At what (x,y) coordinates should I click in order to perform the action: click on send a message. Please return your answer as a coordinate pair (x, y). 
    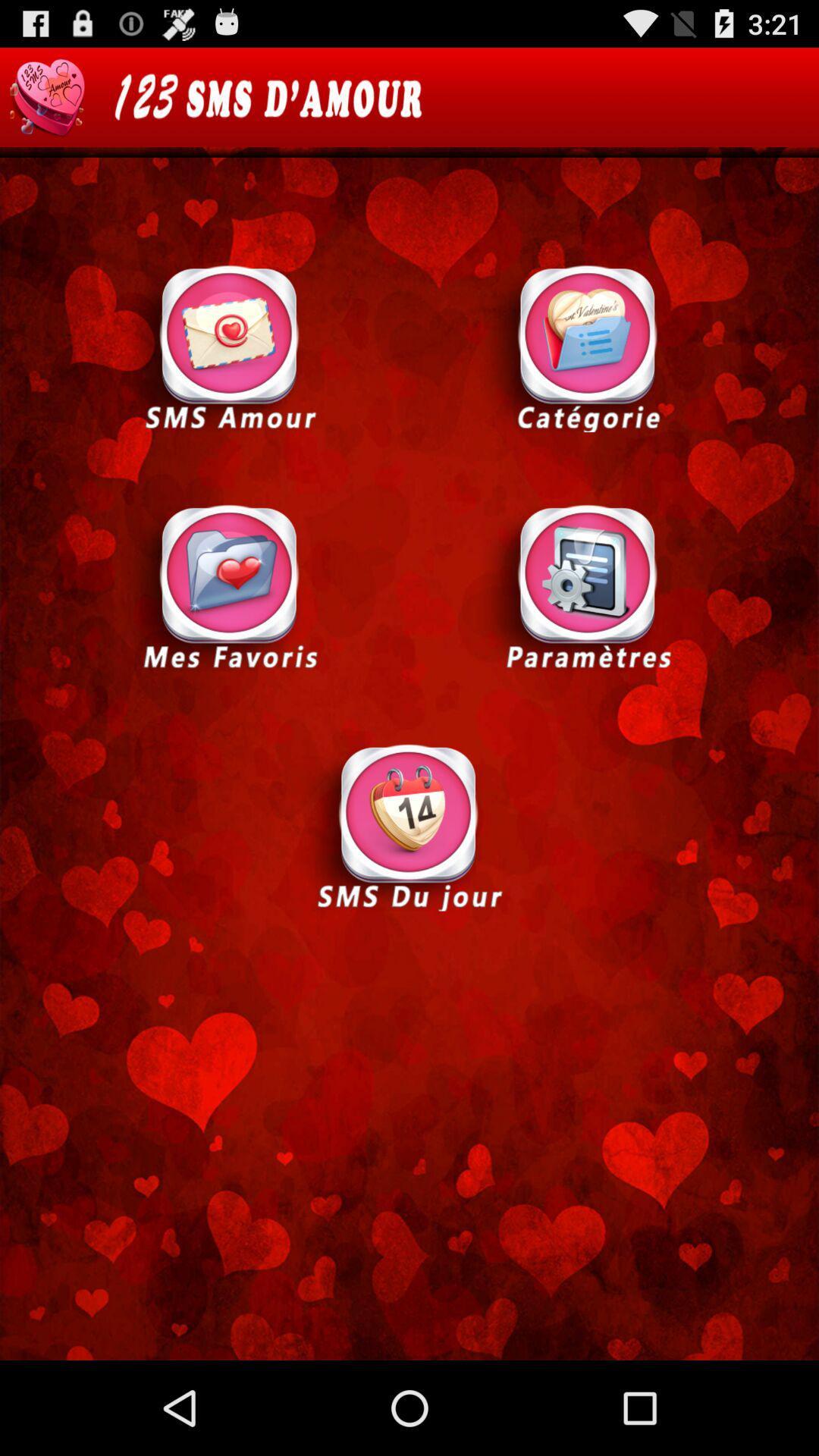
    Looking at the image, I should click on (230, 347).